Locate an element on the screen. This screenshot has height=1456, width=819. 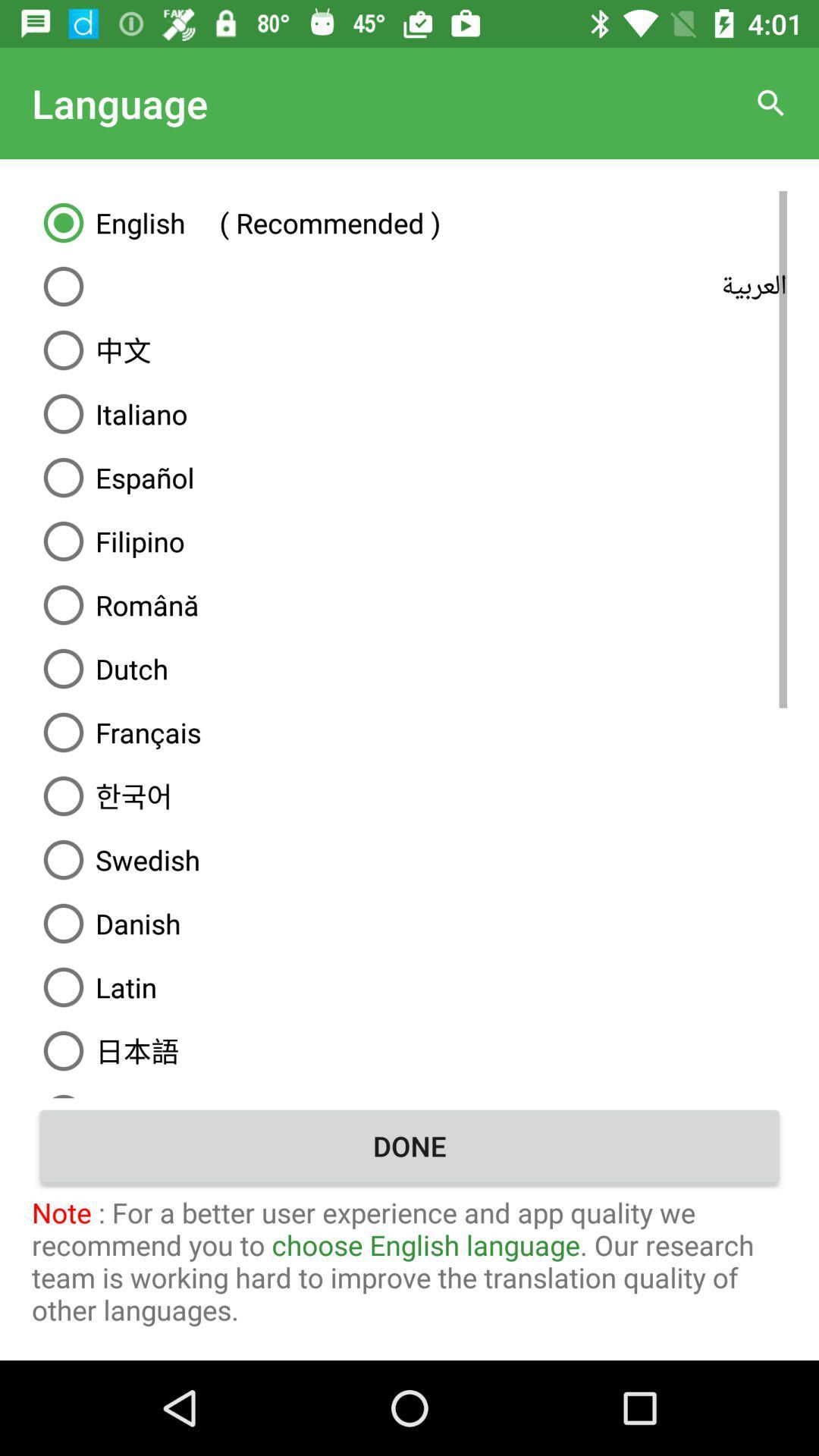
item above danish item is located at coordinates (409, 859).